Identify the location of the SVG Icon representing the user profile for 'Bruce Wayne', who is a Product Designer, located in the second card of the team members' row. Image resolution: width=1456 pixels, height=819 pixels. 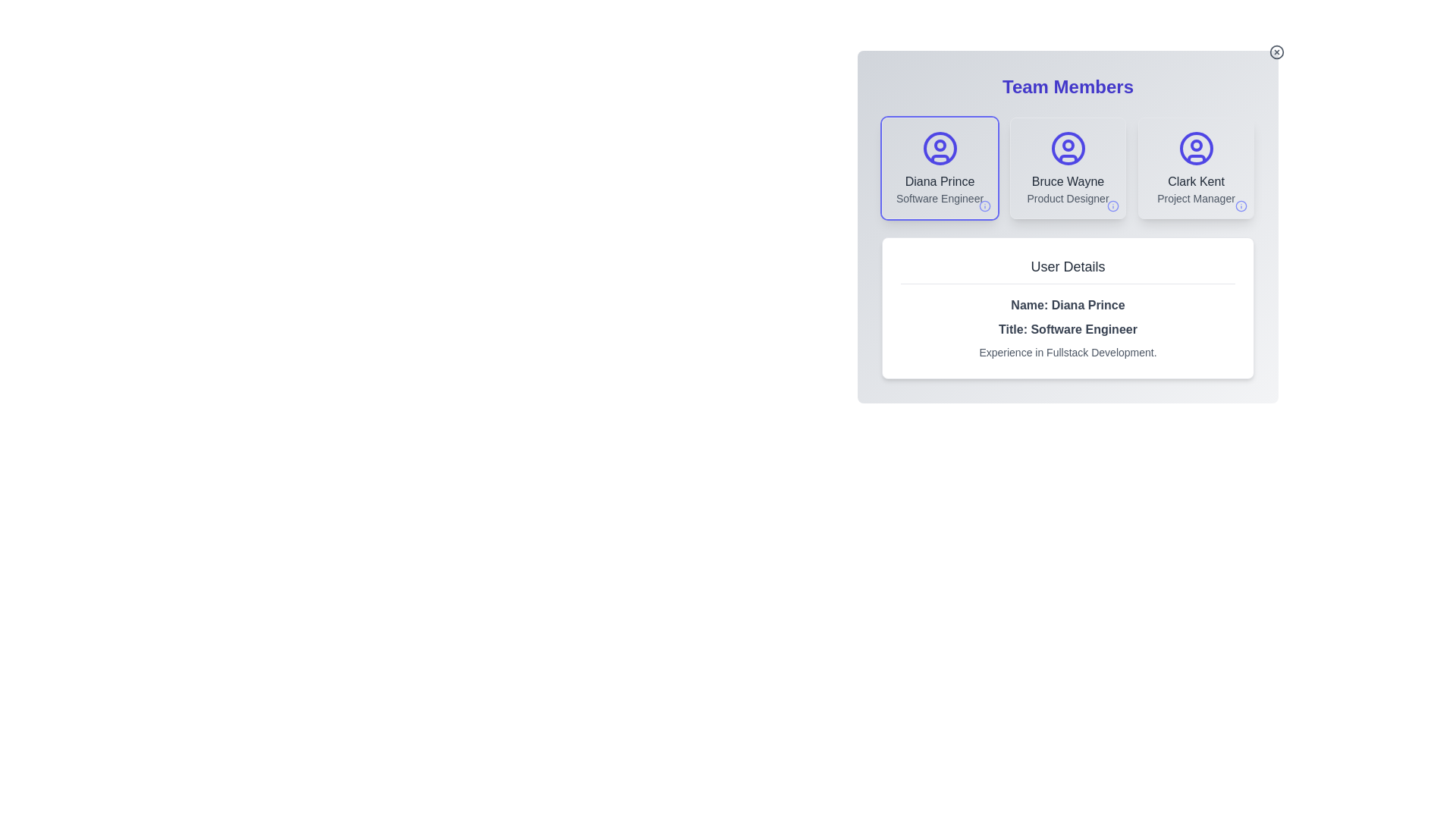
(1067, 149).